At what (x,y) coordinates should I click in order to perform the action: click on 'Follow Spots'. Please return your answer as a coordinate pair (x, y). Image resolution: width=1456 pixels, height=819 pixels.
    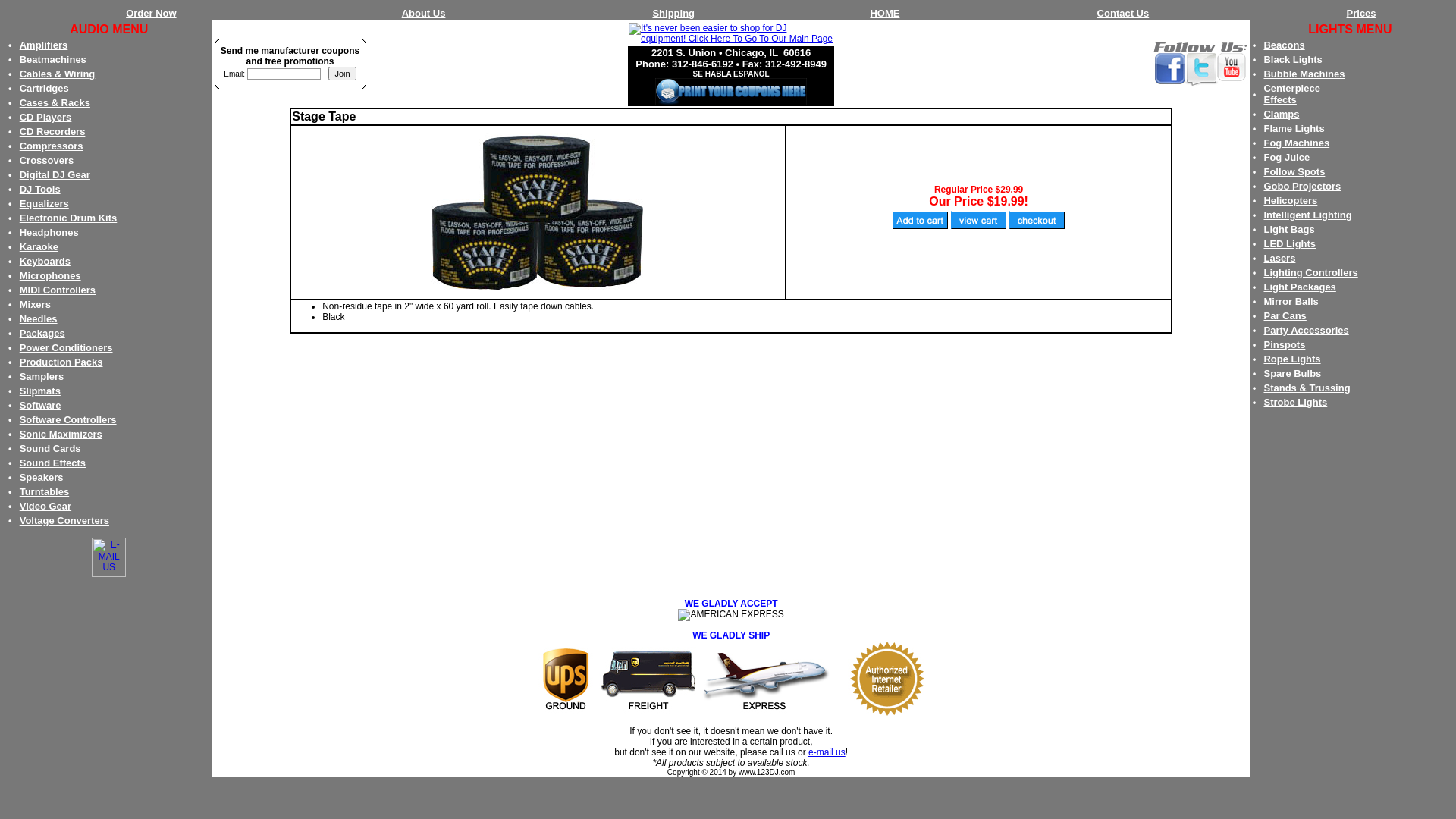
    Looking at the image, I should click on (1293, 171).